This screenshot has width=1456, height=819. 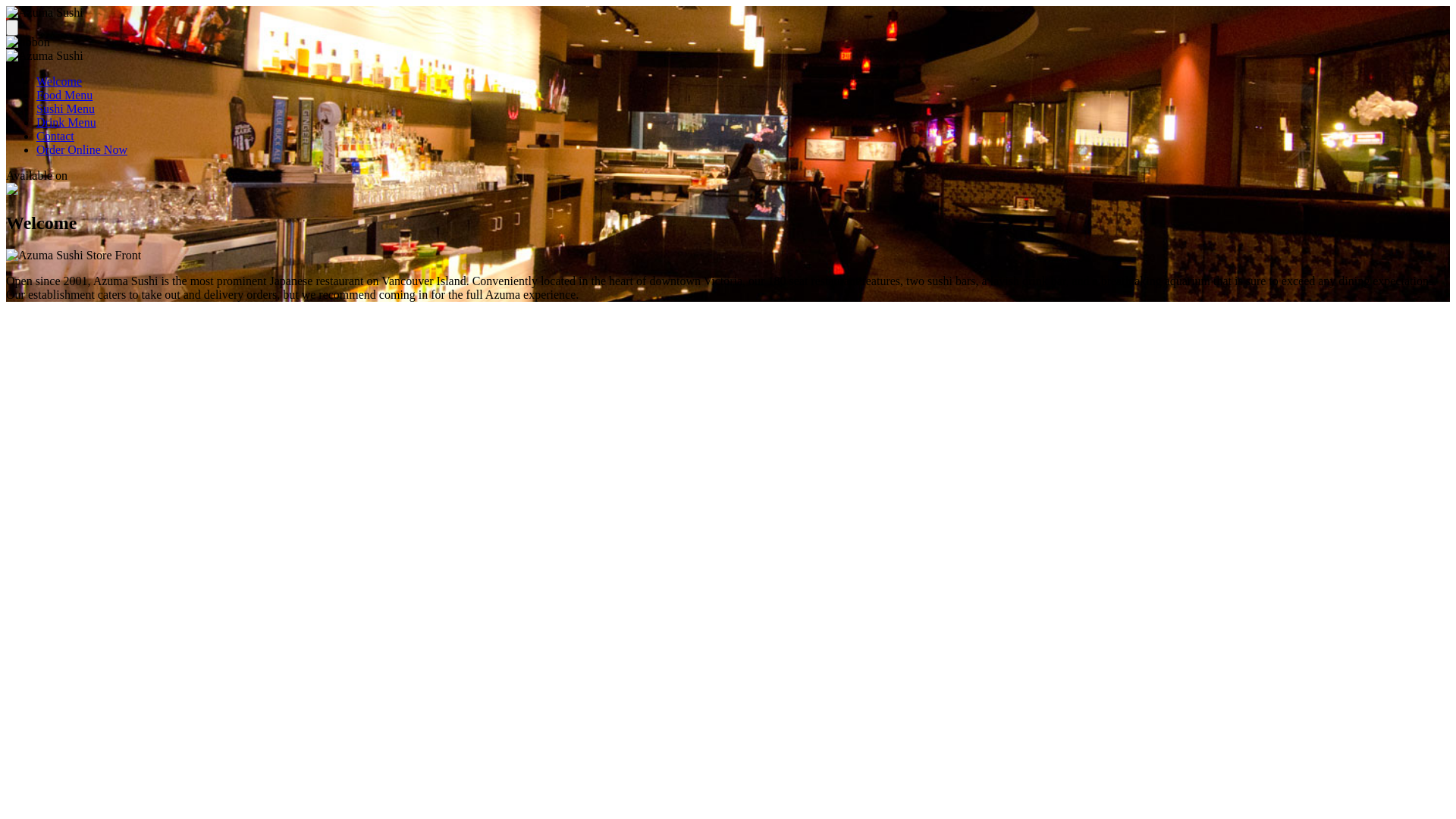 What do you see at coordinates (64, 95) in the screenshot?
I see `'Food Menu'` at bounding box center [64, 95].